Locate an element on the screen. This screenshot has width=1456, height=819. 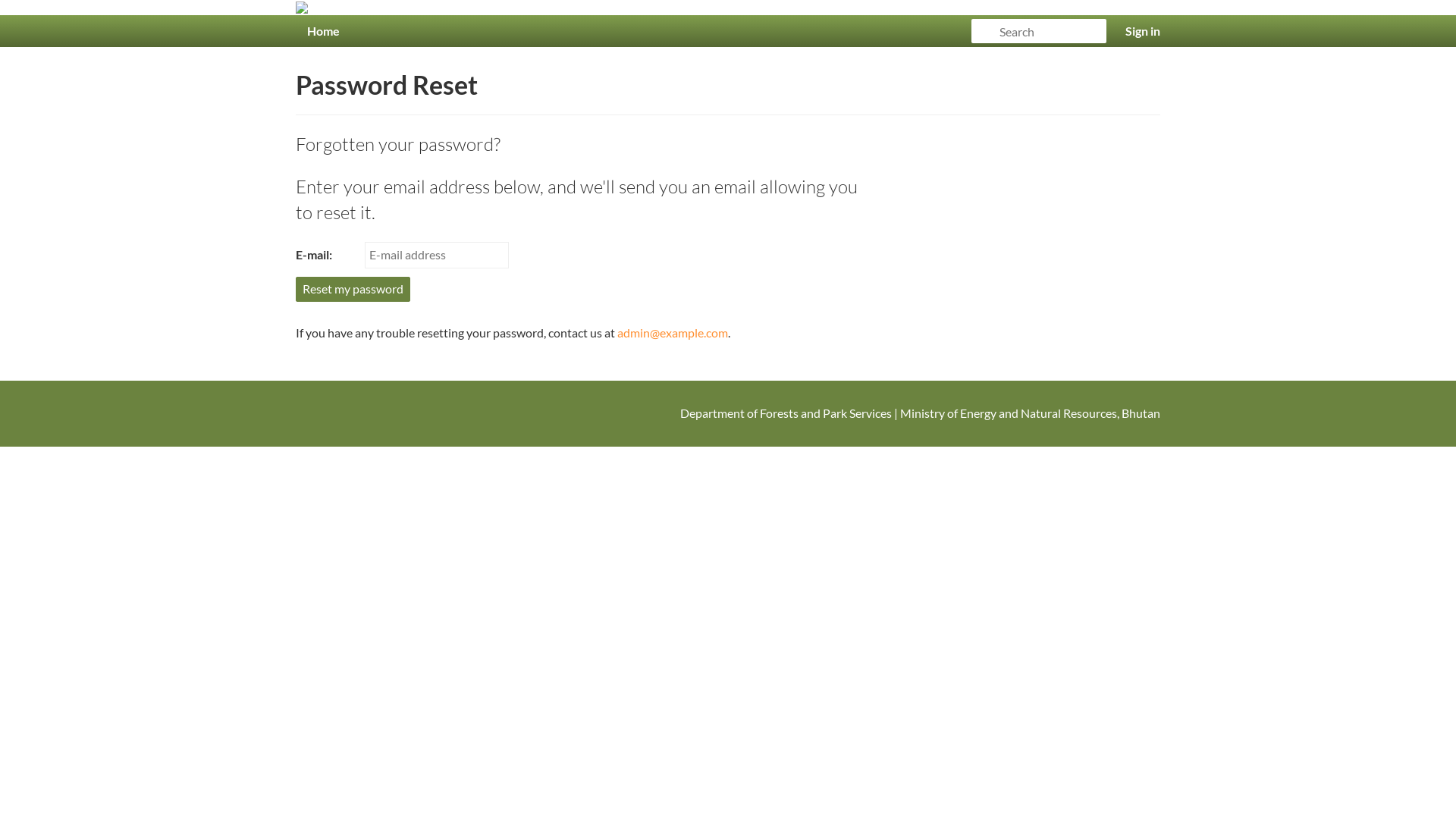
'Sign in' is located at coordinates (1143, 31).